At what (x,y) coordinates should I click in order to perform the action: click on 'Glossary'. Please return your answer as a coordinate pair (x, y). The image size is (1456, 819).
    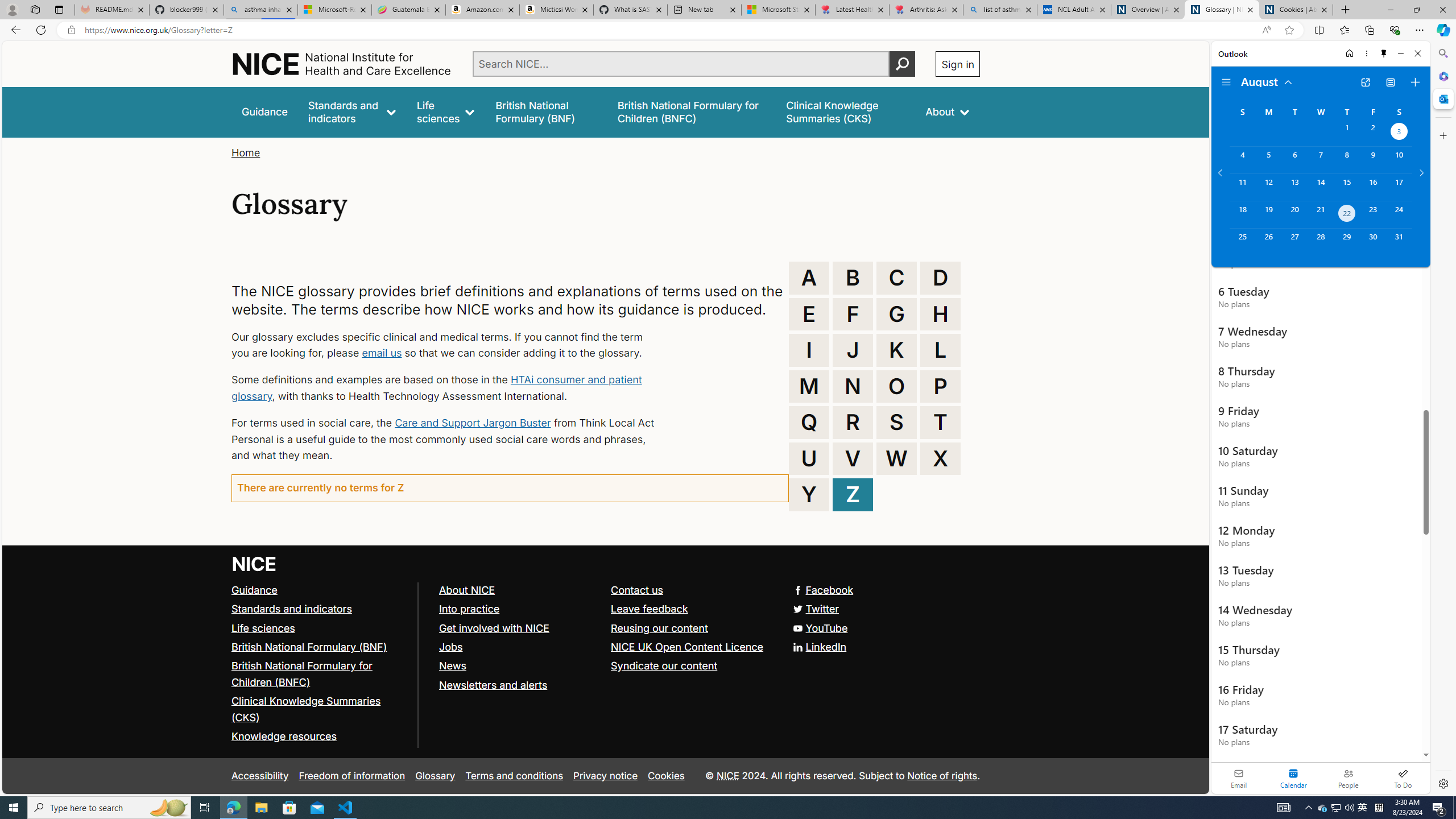
    Looking at the image, I should click on (435, 775).